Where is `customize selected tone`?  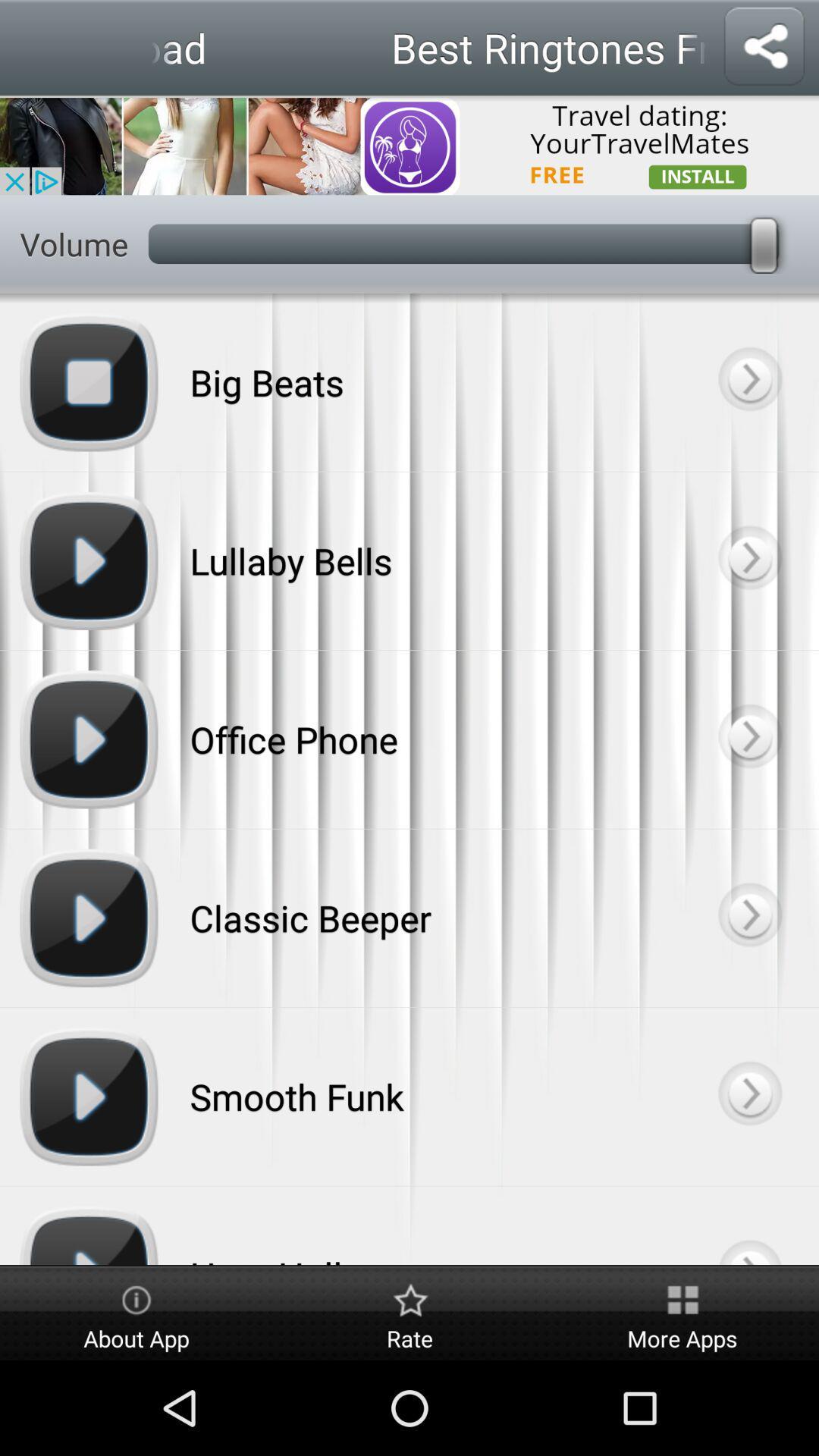 customize selected tone is located at coordinates (748, 739).